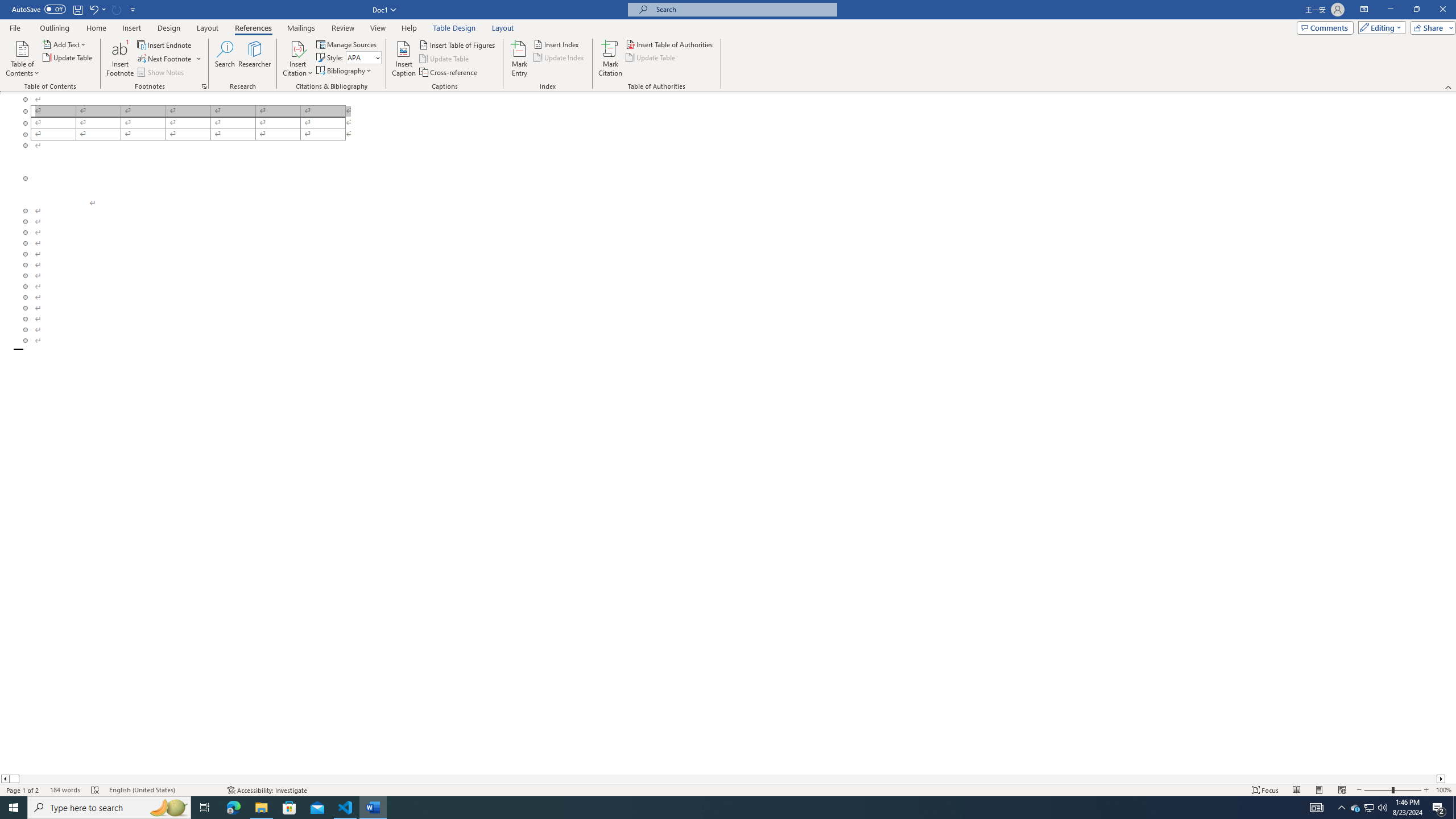 This screenshot has width=1456, height=819. What do you see at coordinates (64, 790) in the screenshot?
I see `'Word Count 184 words'` at bounding box center [64, 790].